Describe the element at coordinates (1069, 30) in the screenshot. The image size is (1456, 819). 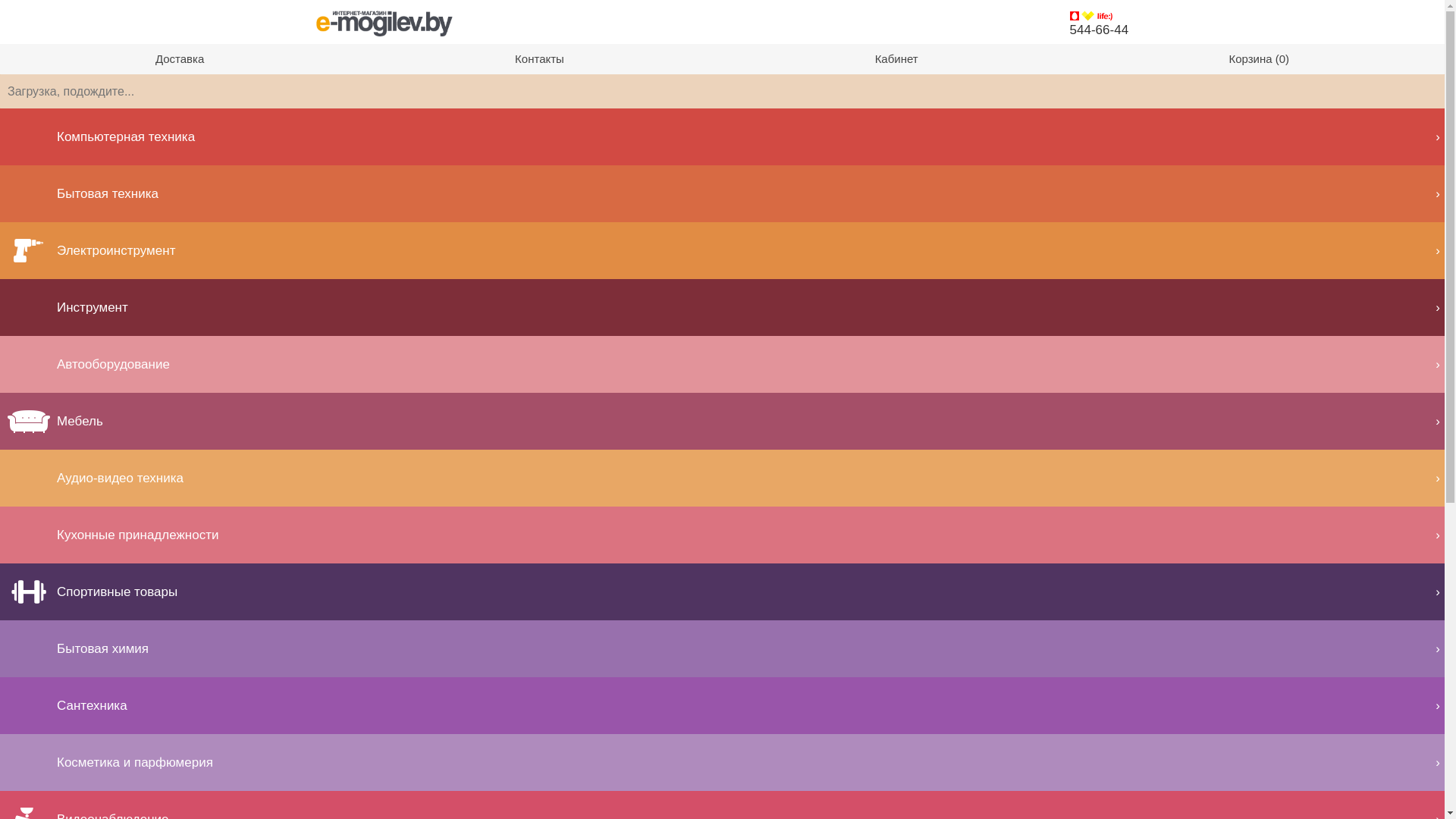
I see `'544-66-44'` at that location.